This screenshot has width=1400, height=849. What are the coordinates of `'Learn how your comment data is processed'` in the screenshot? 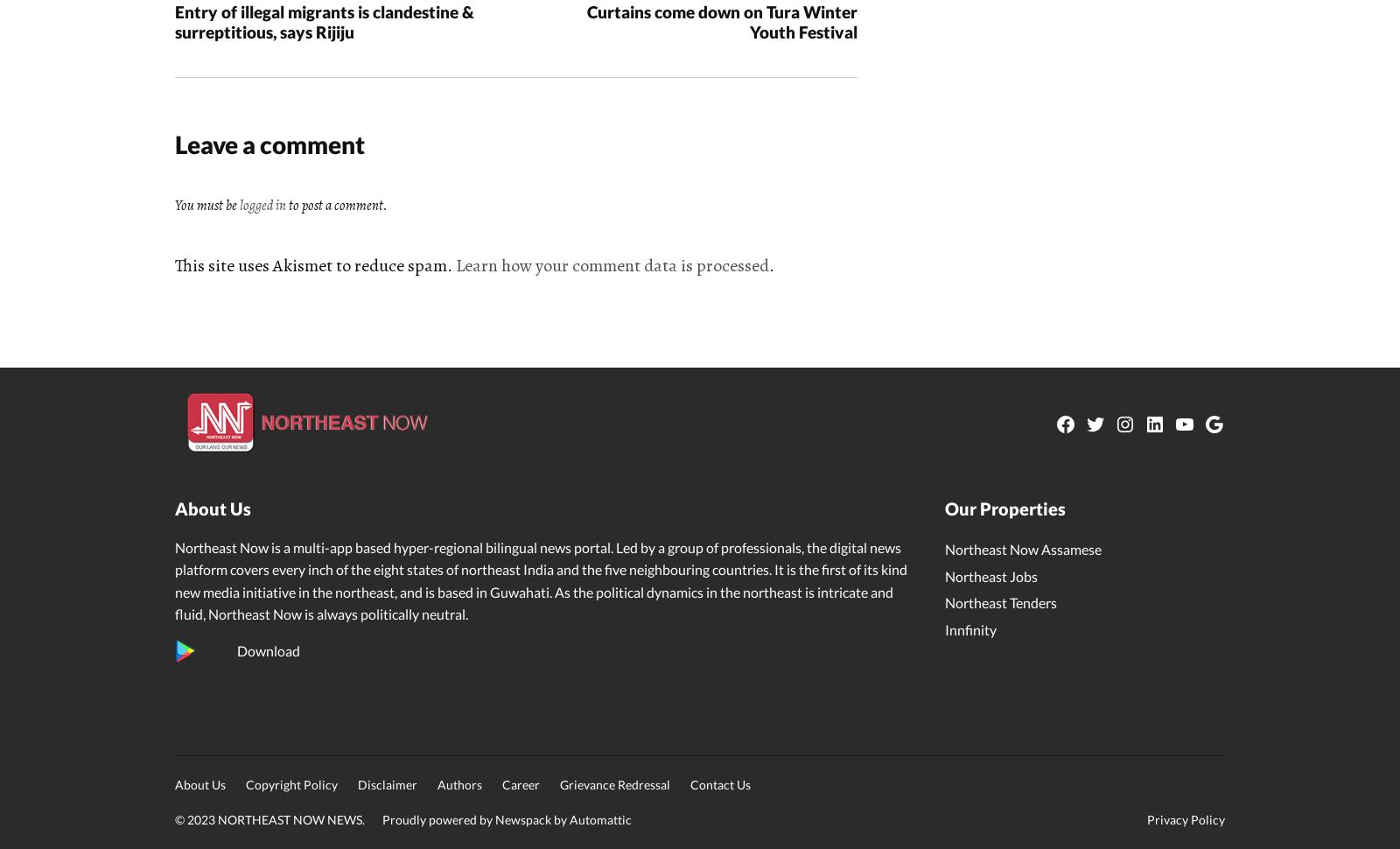 It's located at (612, 265).